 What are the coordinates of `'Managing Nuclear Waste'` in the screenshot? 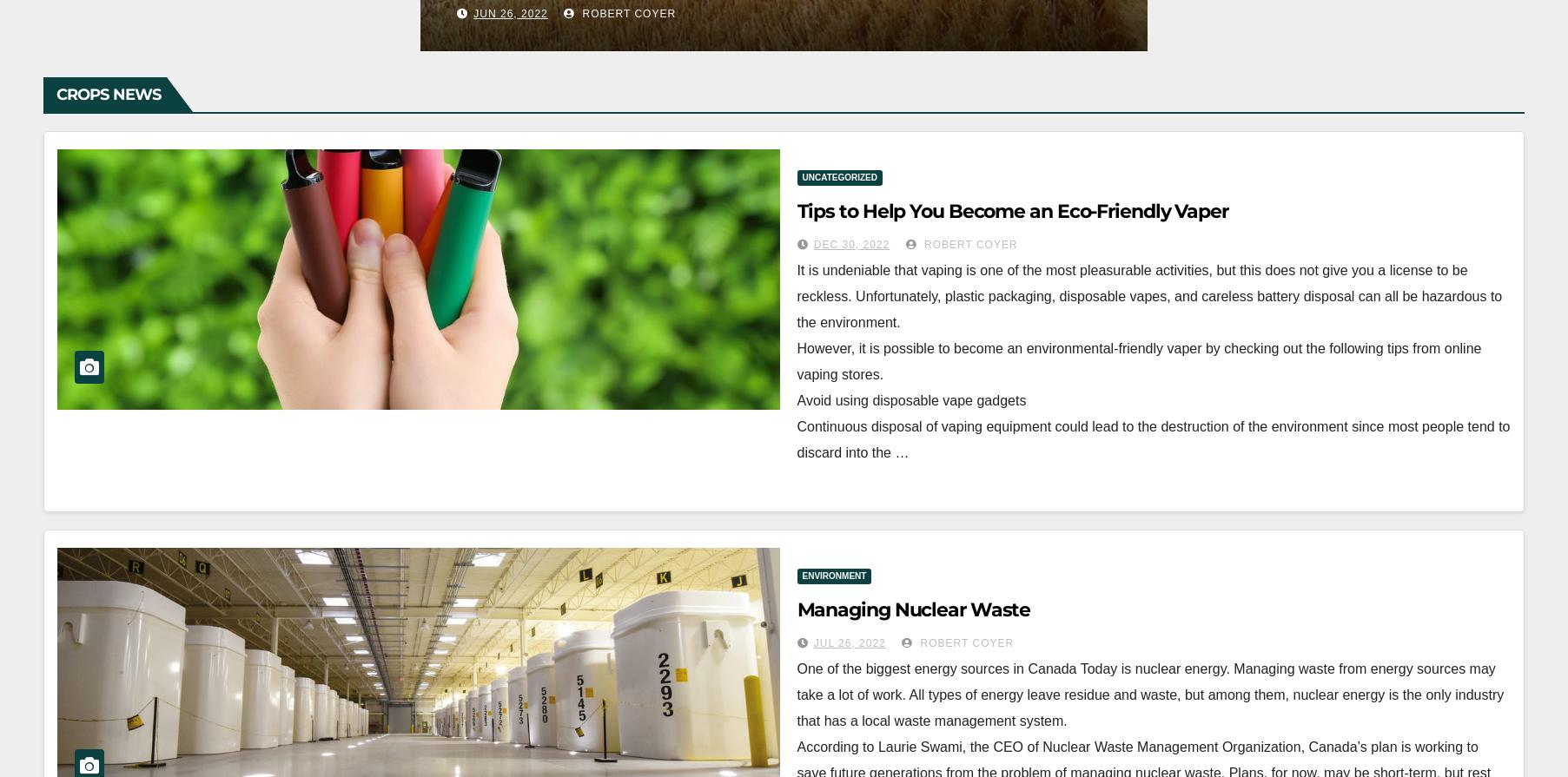 It's located at (913, 608).